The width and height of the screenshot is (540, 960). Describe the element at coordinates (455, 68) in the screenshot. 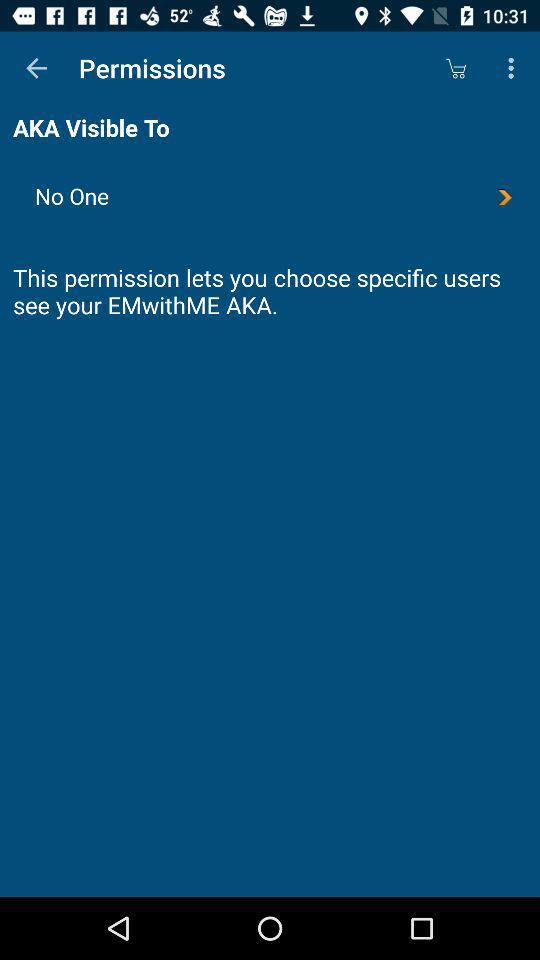

I see `app to the right of the permissions item` at that location.